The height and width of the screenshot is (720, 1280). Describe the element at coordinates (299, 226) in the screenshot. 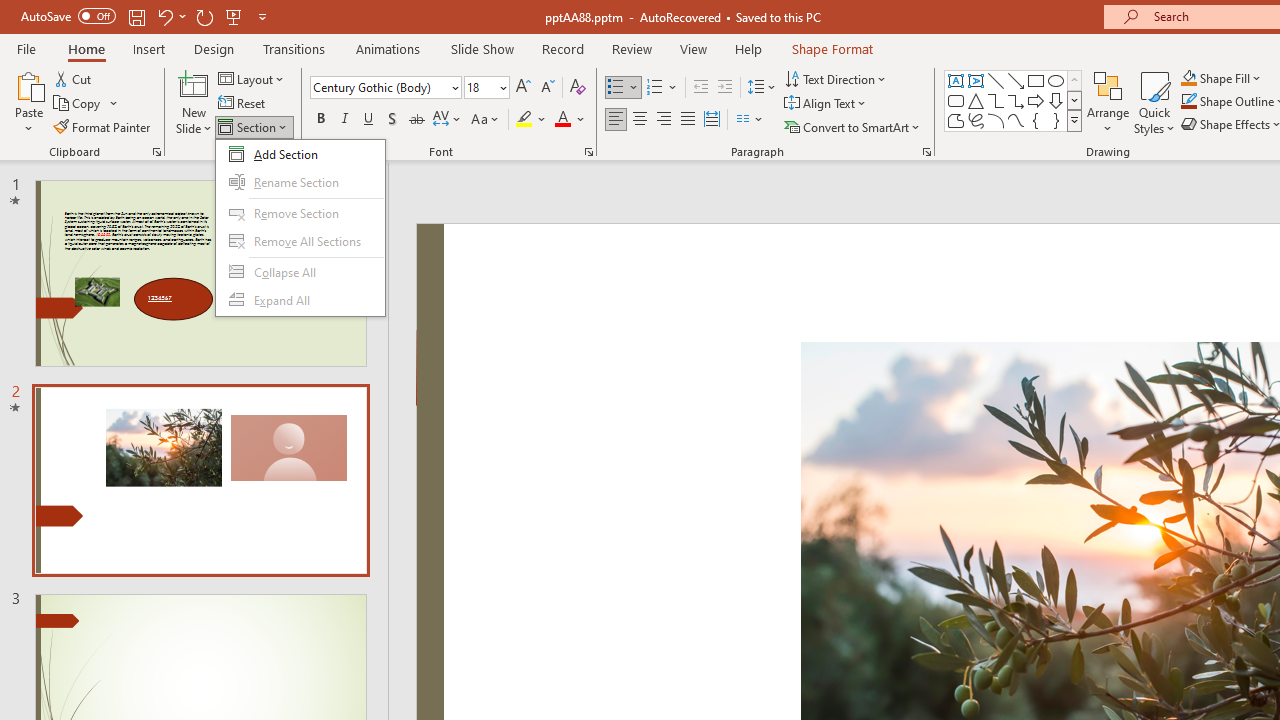

I see `'&Section'` at that location.